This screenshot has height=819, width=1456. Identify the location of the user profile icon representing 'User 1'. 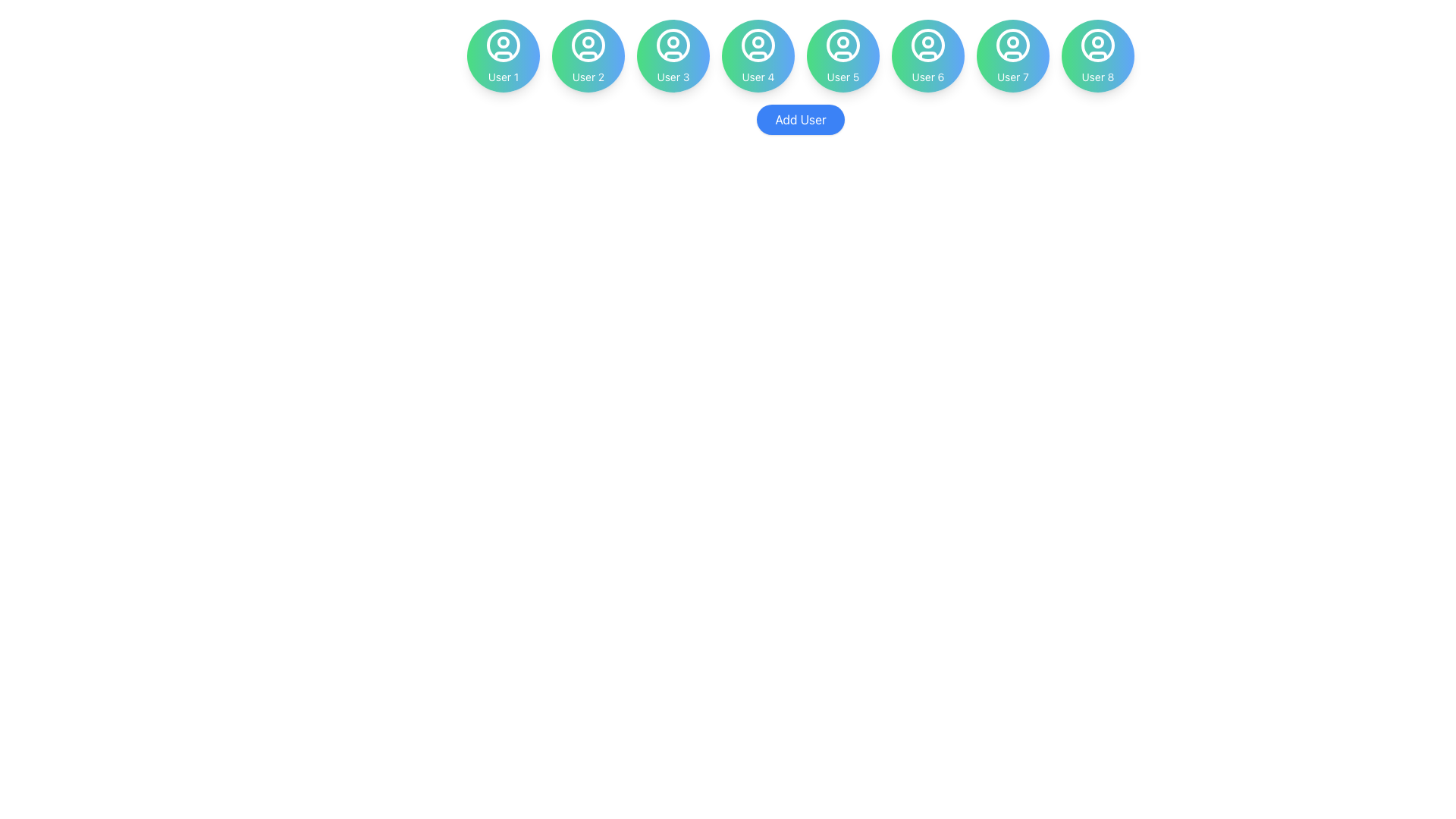
(503, 45).